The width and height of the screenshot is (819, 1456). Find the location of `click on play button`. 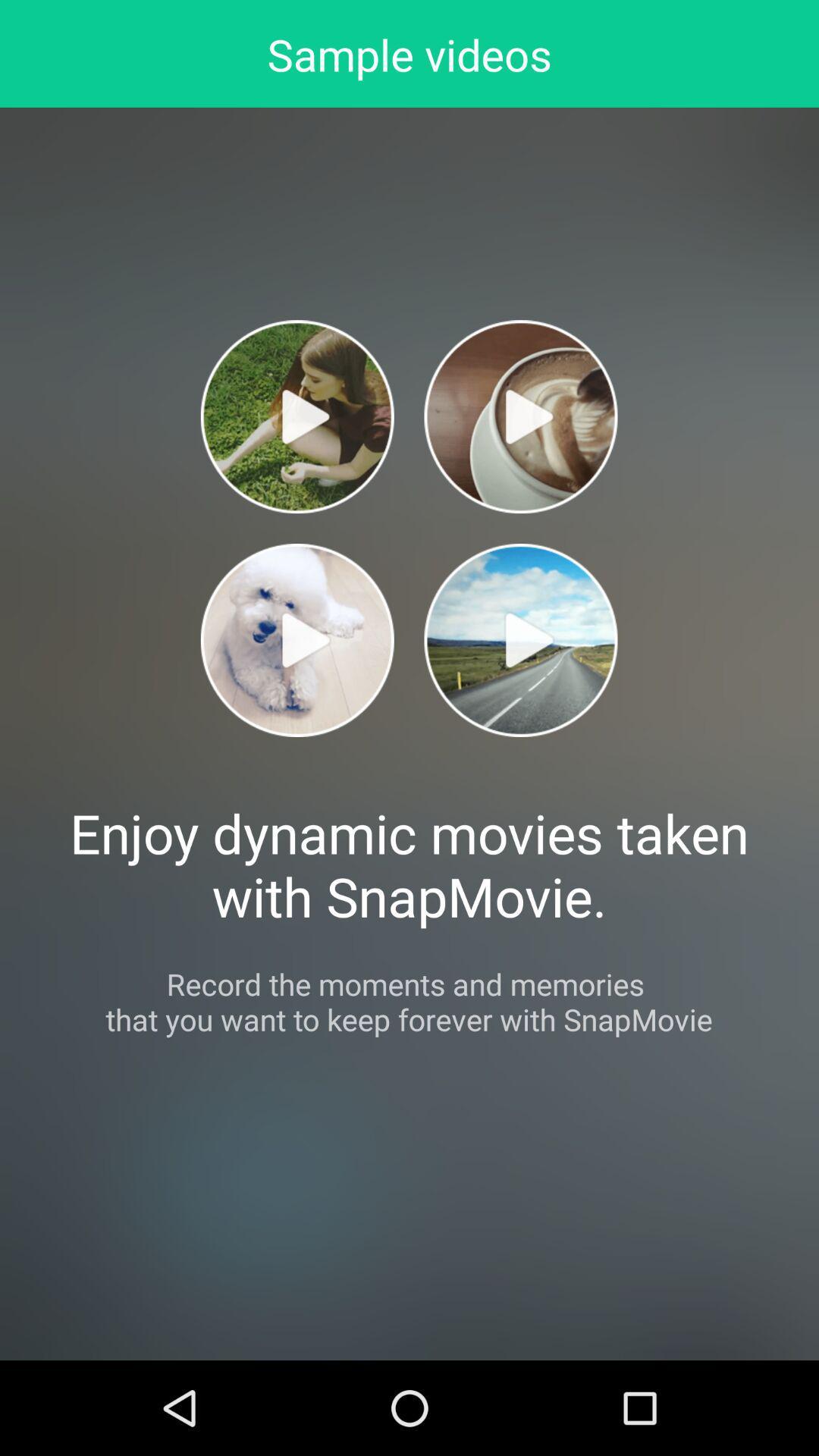

click on play button is located at coordinates (297, 416).